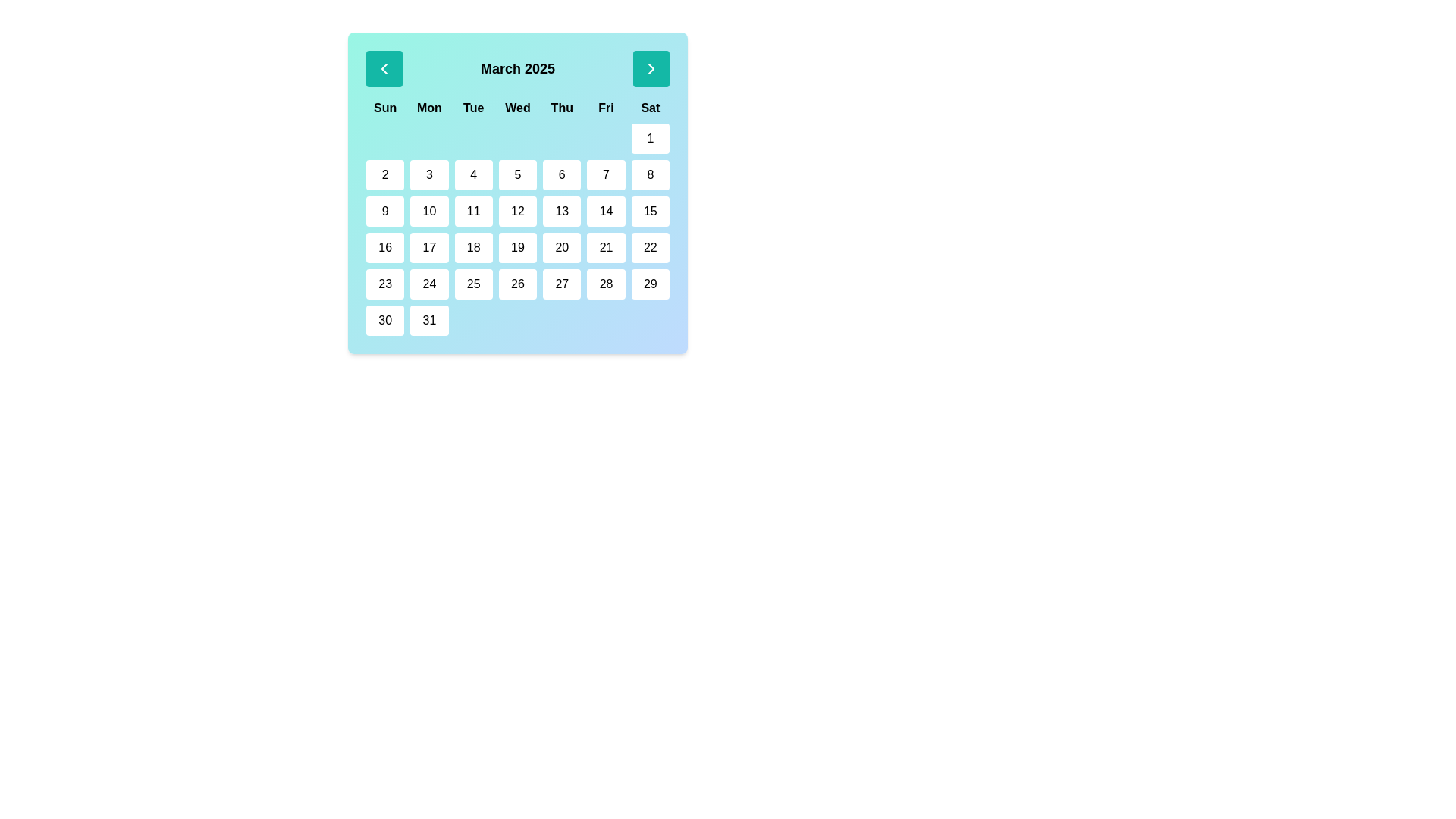  What do you see at coordinates (385, 138) in the screenshot?
I see `the first empty cell in the 'Sun' column of the calendar layout, which serves as a placeholder in the grid` at bounding box center [385, 138].